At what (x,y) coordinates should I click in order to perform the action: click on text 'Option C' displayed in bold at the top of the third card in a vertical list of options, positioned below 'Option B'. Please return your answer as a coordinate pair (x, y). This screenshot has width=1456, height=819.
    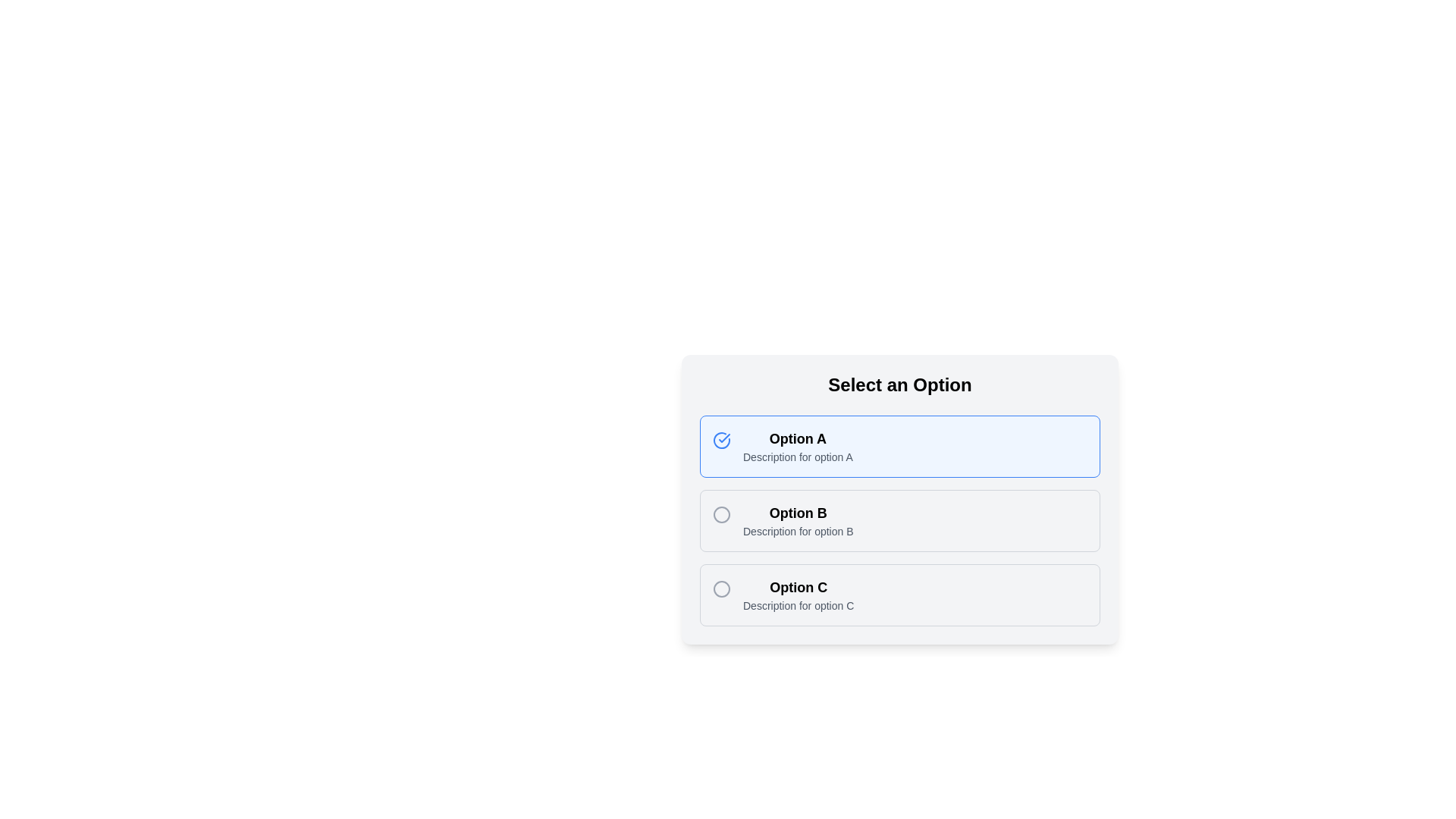
    Looking at the image, I should click on (798, 587).